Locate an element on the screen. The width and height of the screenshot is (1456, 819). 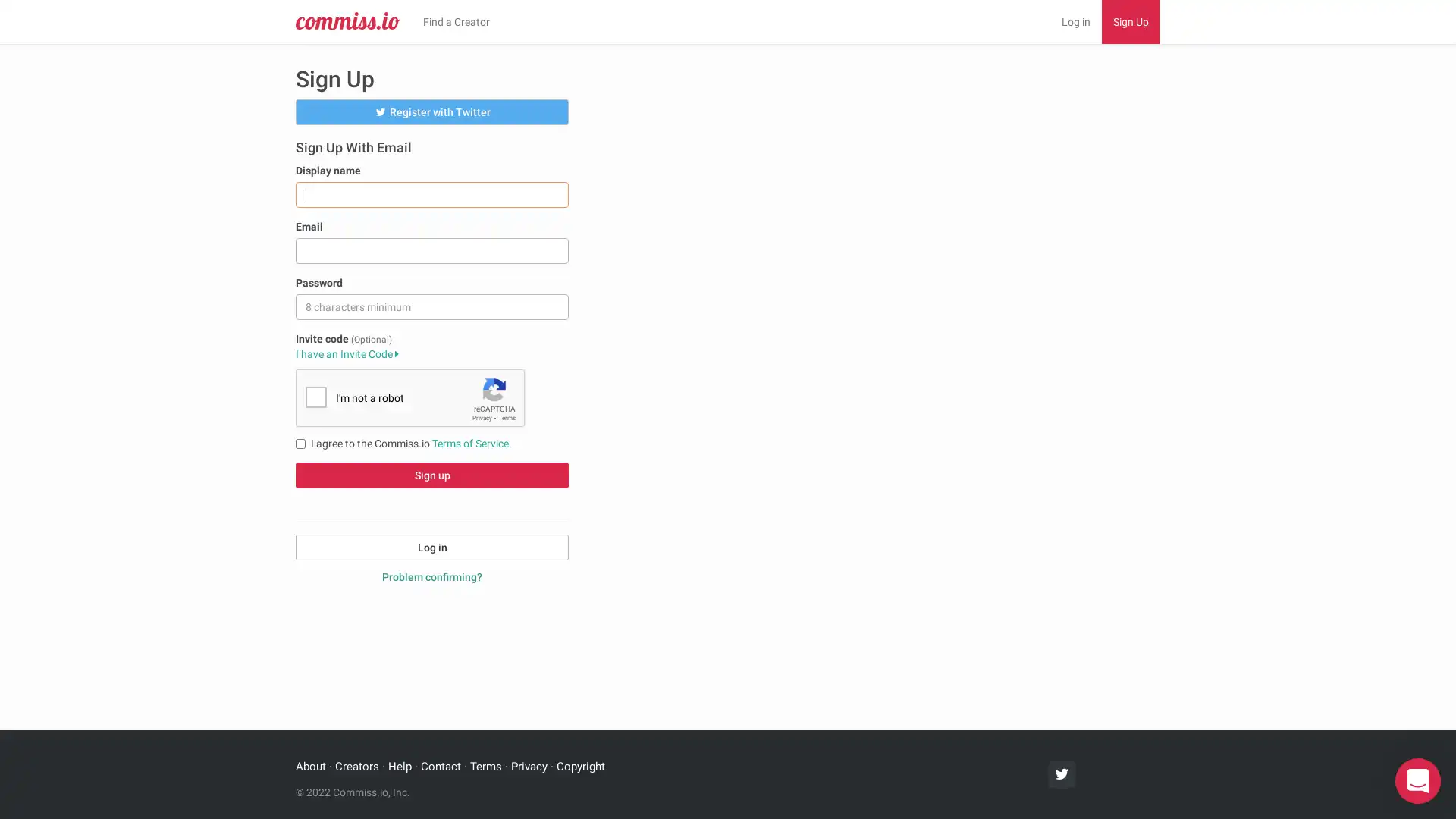
Sign up is located at coordinates (431, 473).